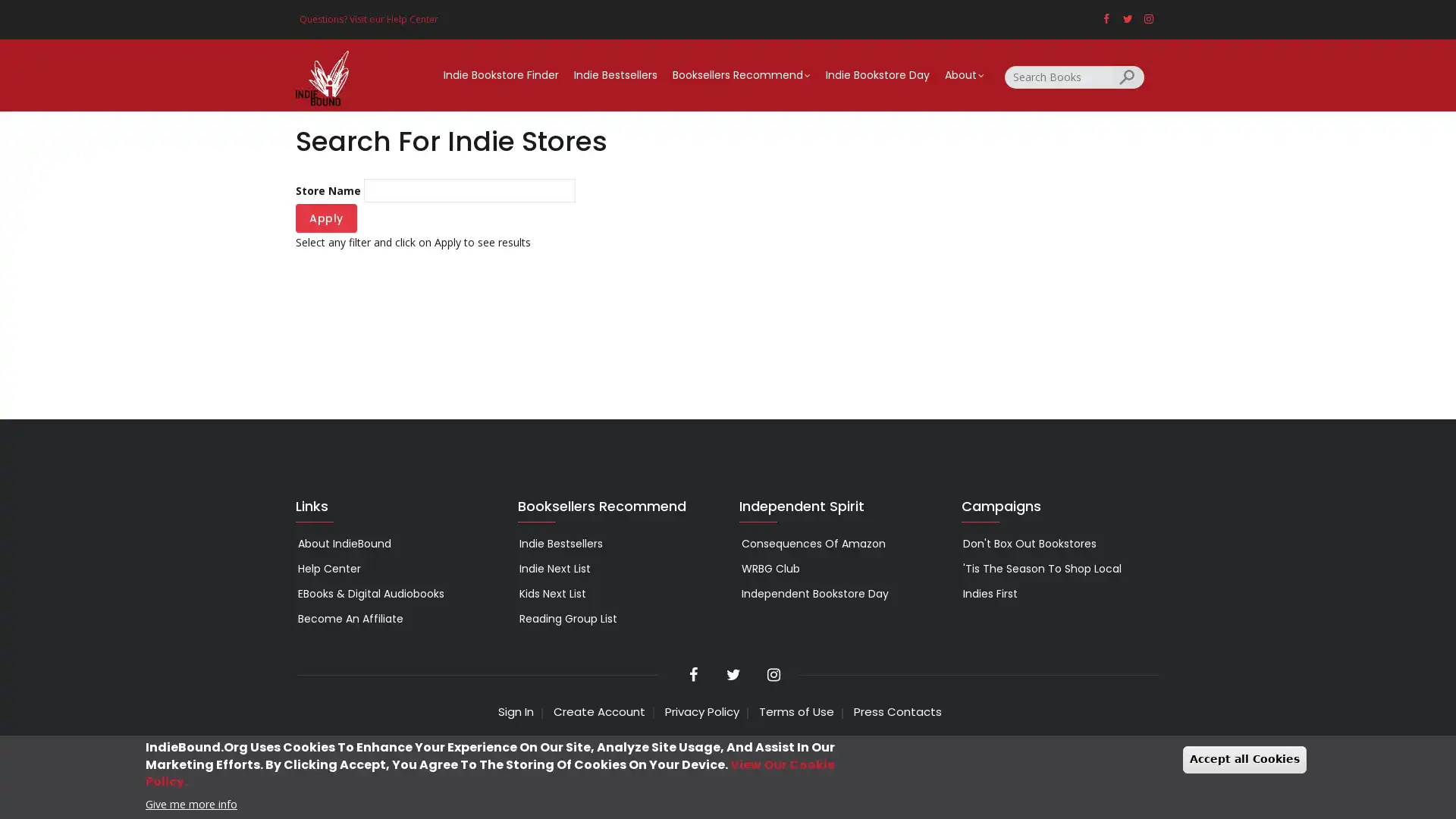  I want to click on Accept all Cookies, so click(1244, 759).